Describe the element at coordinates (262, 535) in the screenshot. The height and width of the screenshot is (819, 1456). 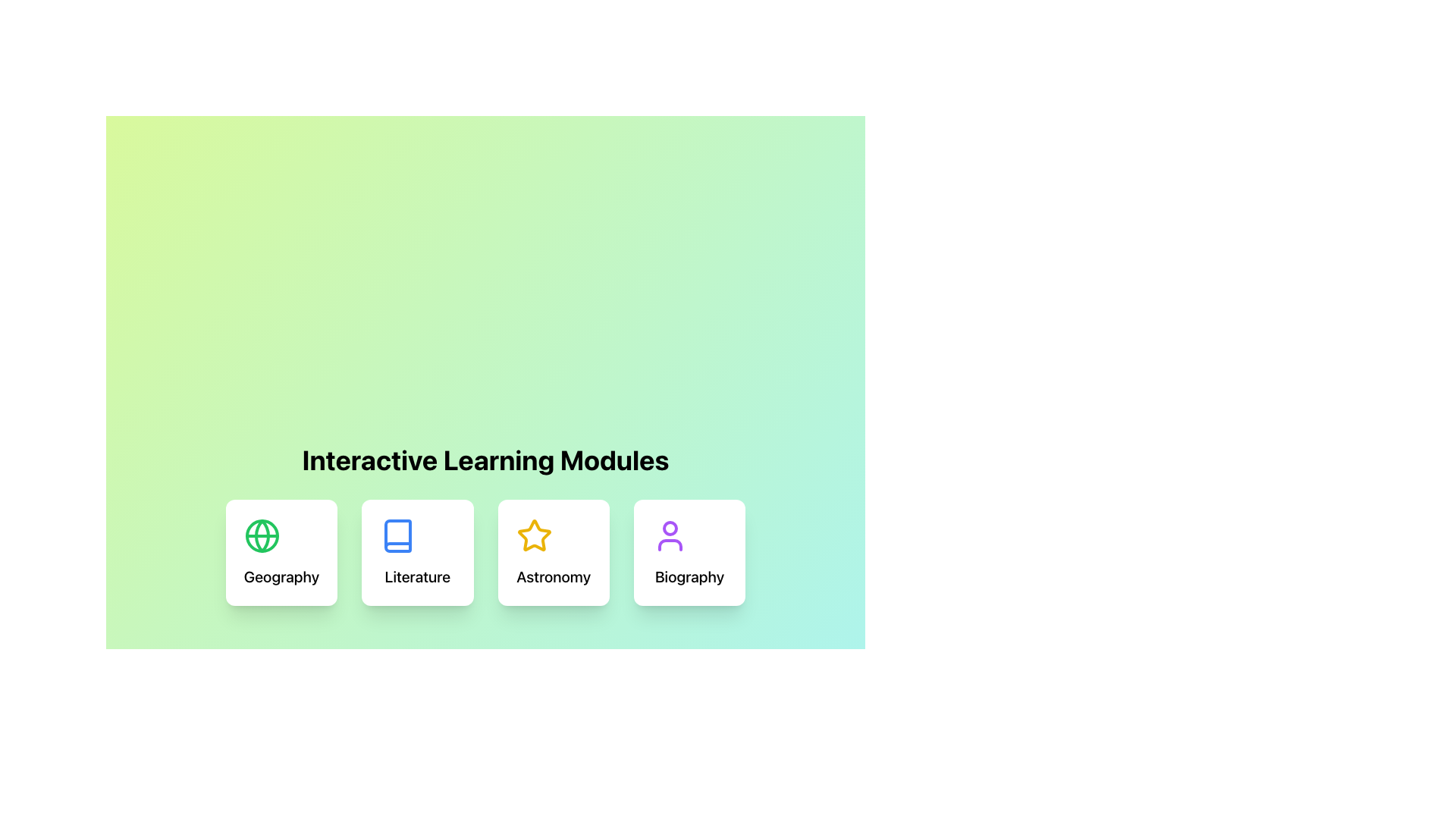
I see `the globe icon located in the top-left area of the Geography card, which is the first of four horizontally aligned cards` at that location.